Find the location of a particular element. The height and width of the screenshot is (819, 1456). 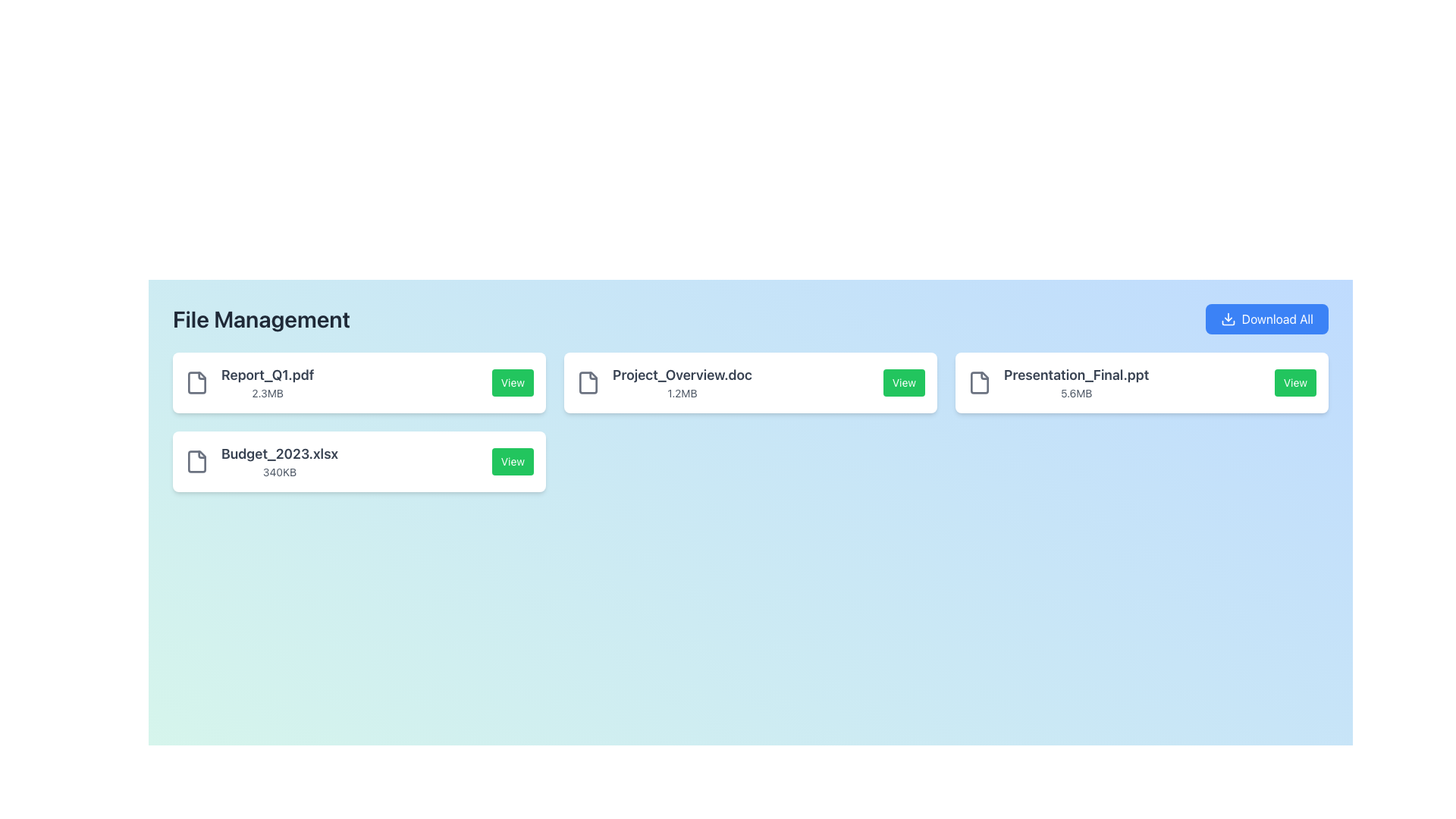

the Text Label displaying the file name 'Budget_2023.xlsx' is located at coordinates (280, 453).